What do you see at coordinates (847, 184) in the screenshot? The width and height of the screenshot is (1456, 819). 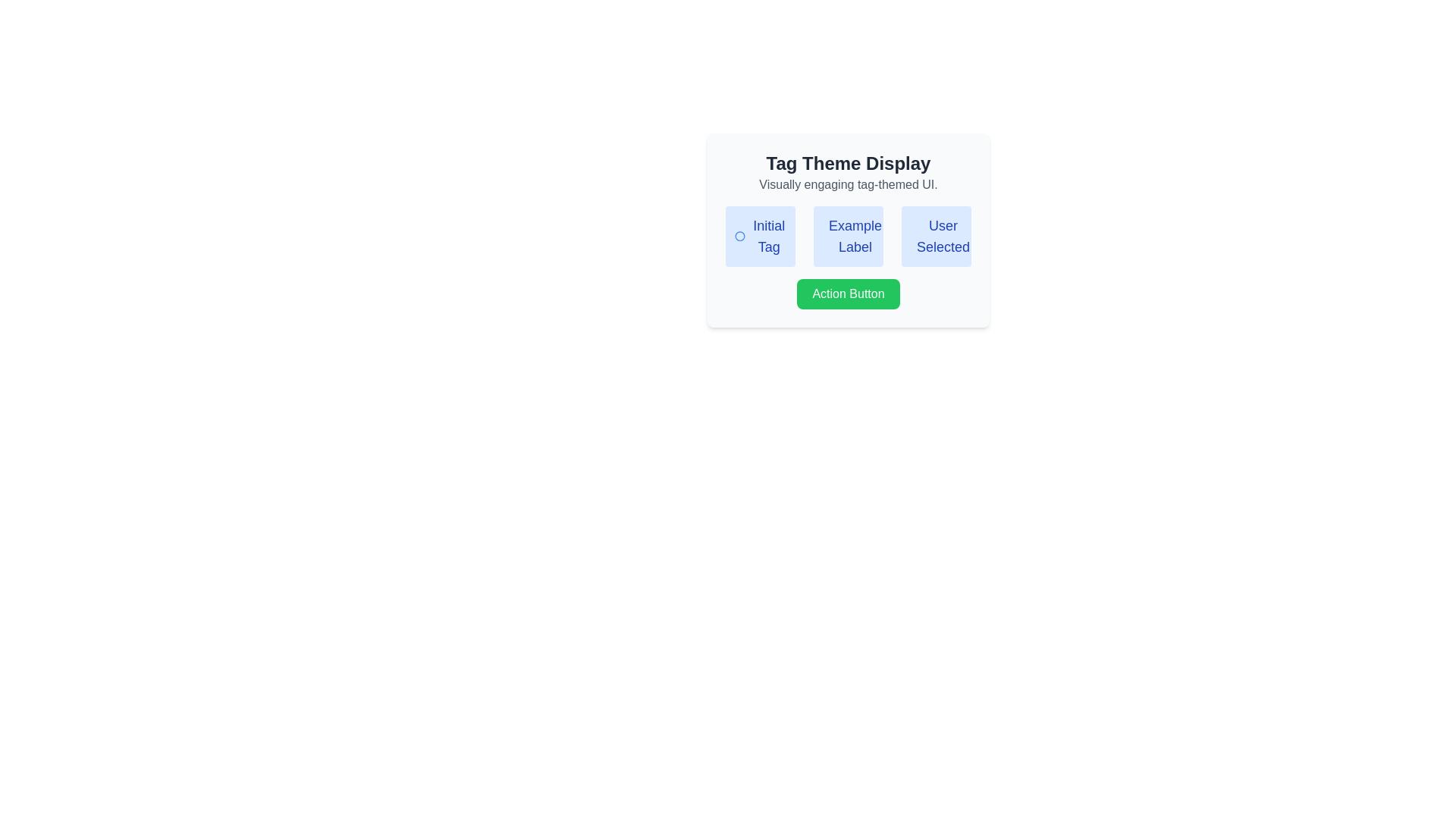 I see `the text line that reads 'Visually engaging tag-themed UI.' which is styled in gray and located directly beneath the 'Tag Theme Display' heading` at bounding box center [847, 184].